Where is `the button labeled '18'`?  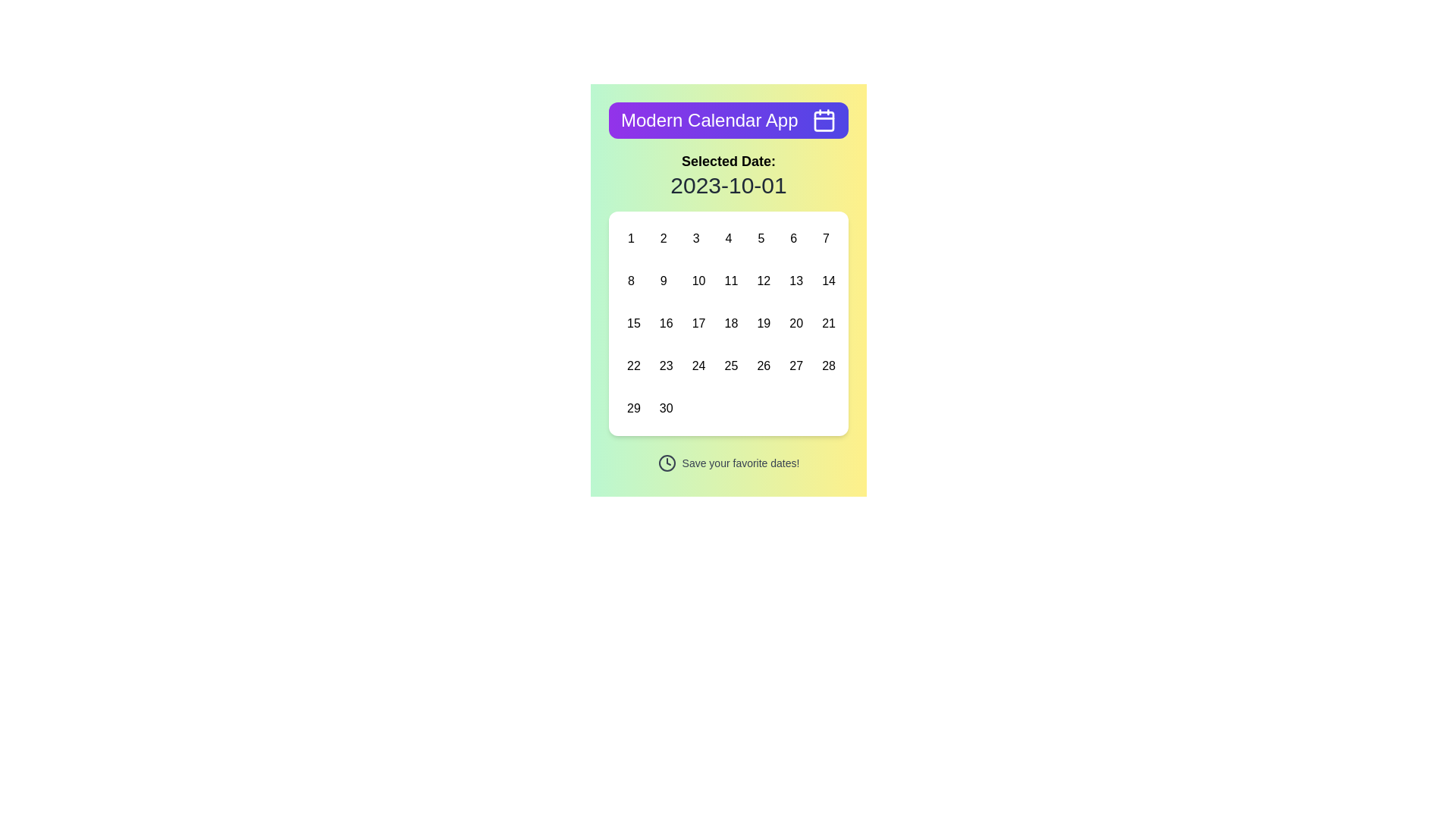 the button labeled '18' is located at coordinates (728, 323).